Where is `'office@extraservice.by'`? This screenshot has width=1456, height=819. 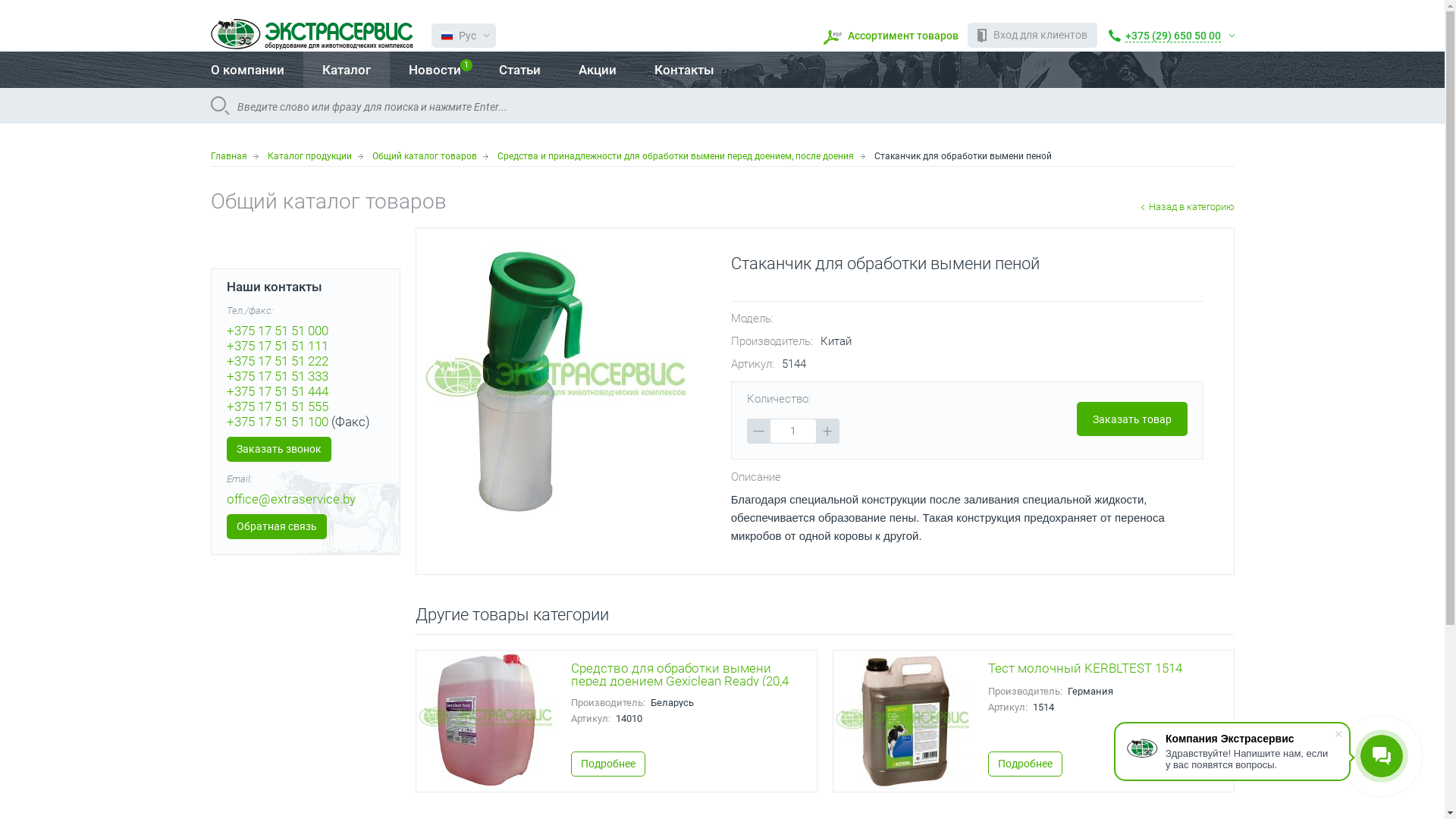 'office@extraservice.by' is located at coordinates (290, 499).